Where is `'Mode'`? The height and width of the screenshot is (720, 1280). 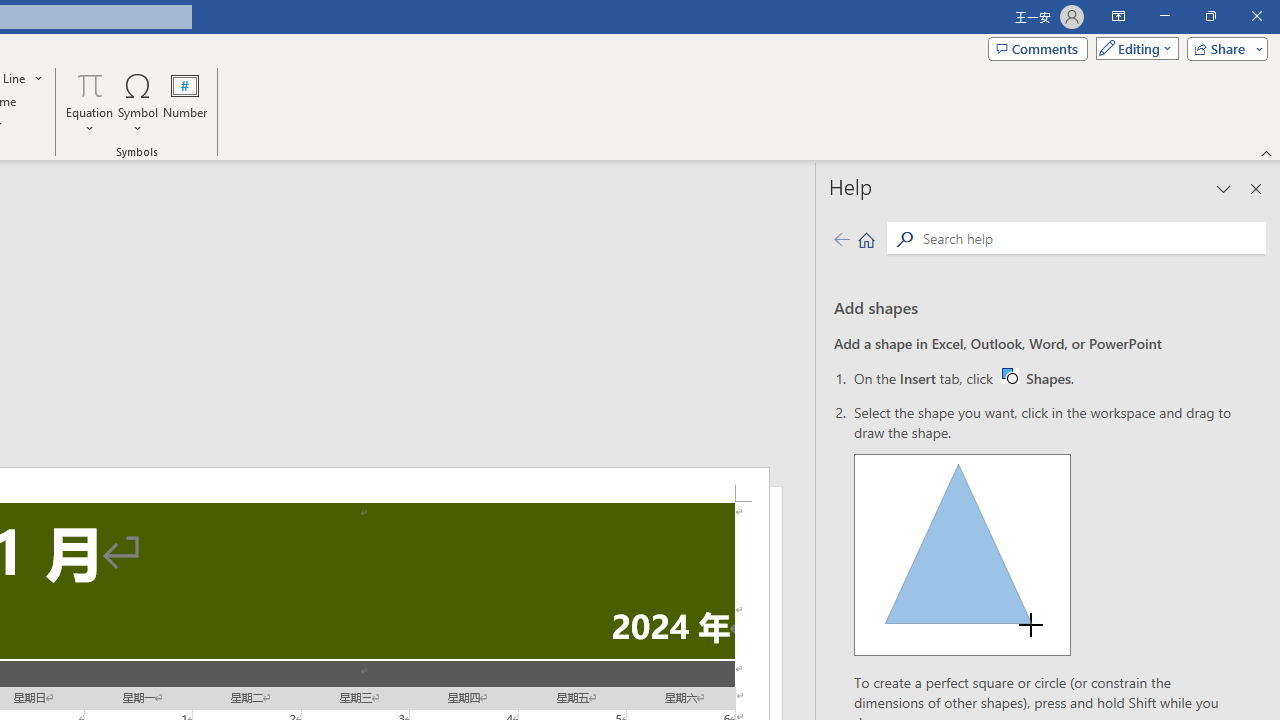 'Mode' is located at coordinates (1133, 47).